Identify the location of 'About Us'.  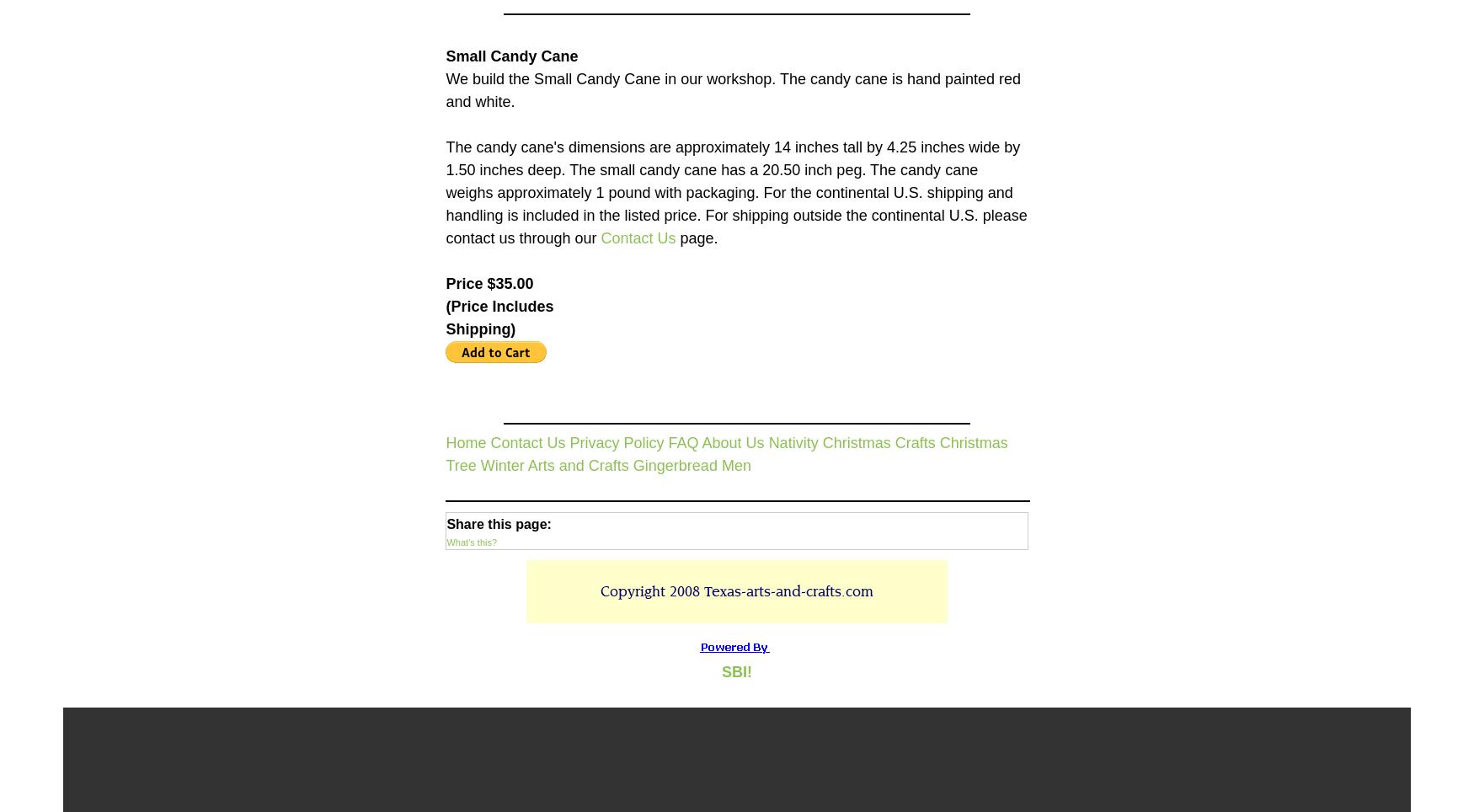
(732, 441).